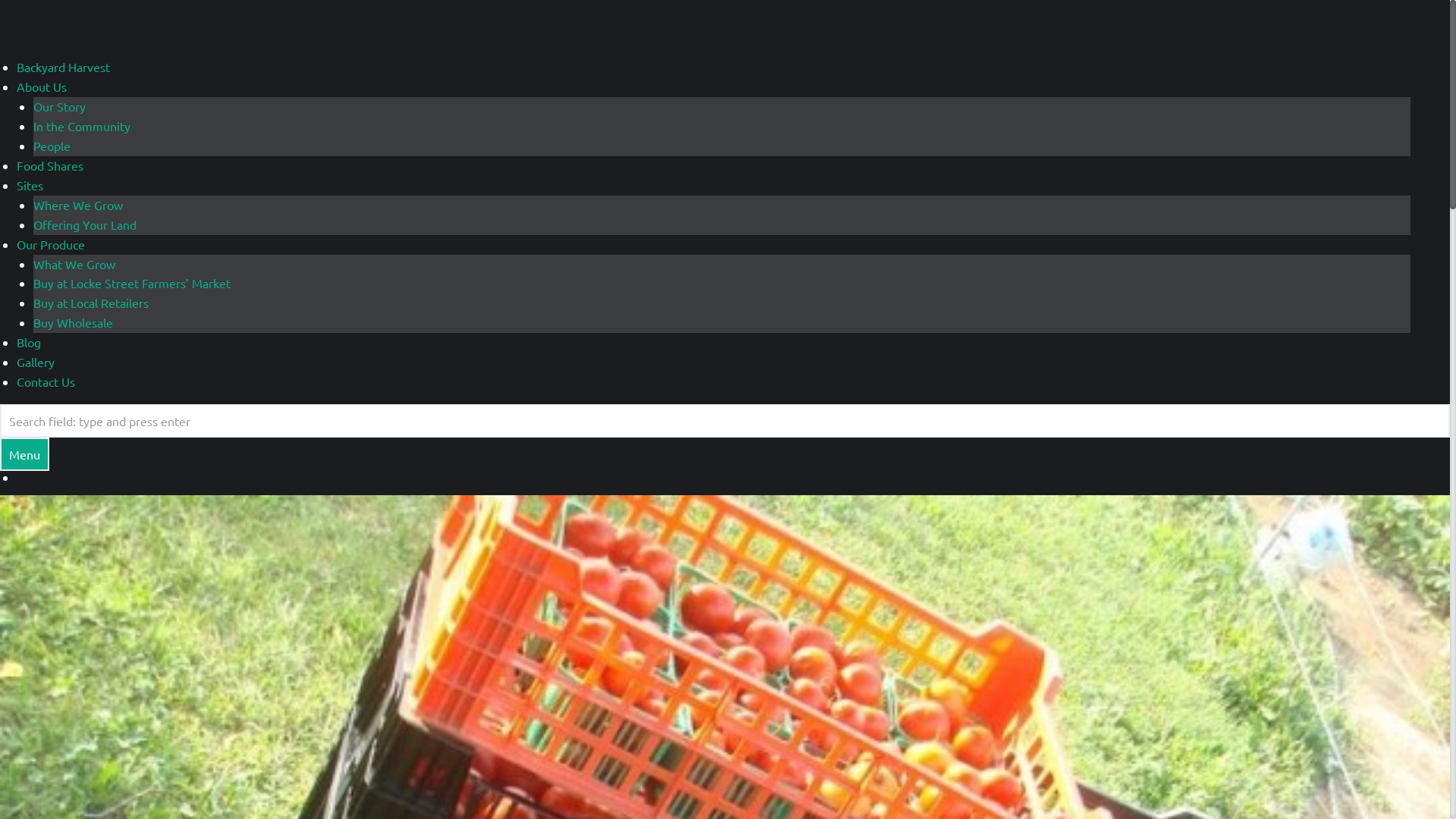 The image size is (1456, 819). What do you see at coordinates (45, 380) in the screenshot?
I see `'Contact Us'` at bounding box center [45, 380].